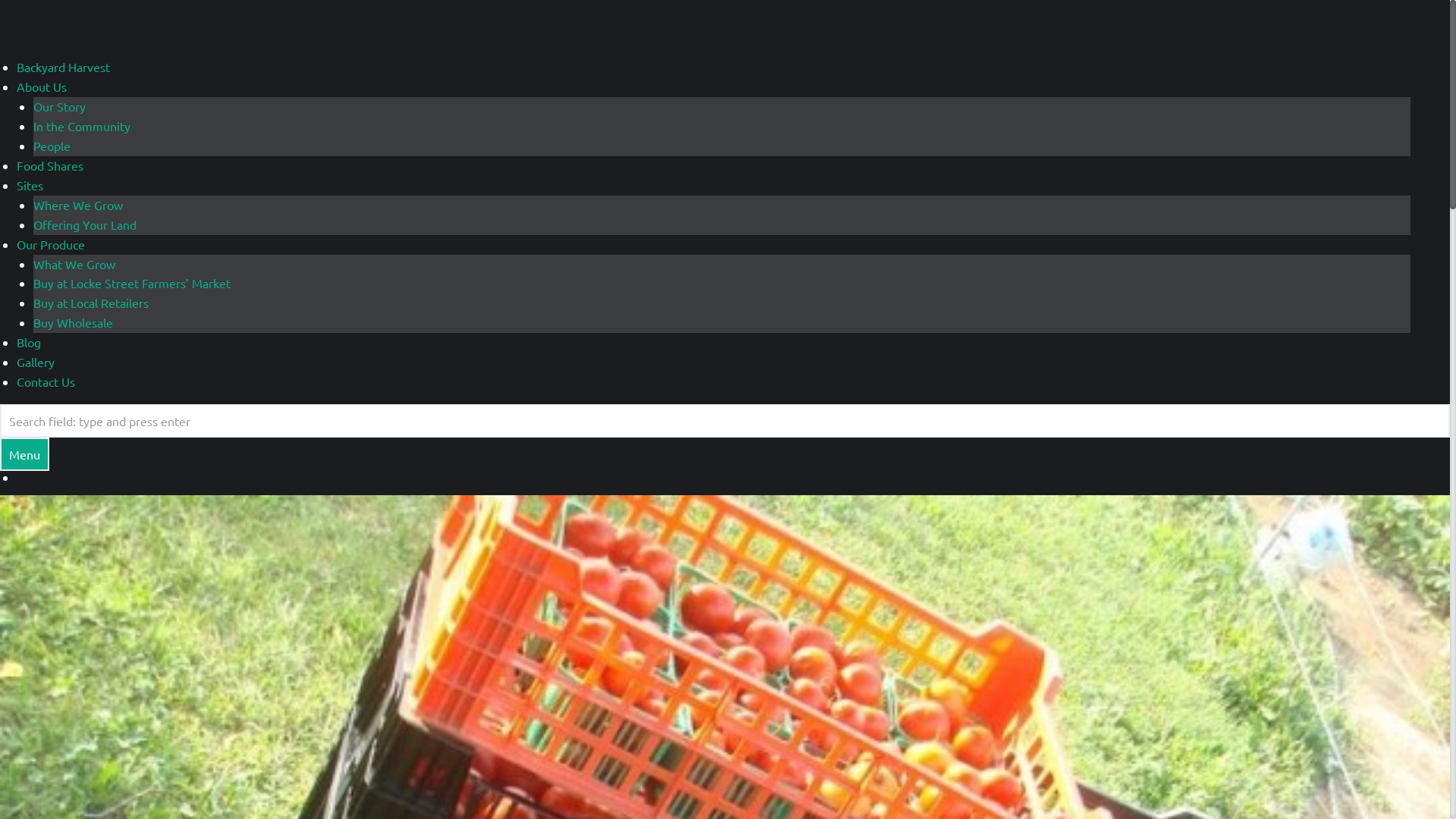 The image size is (1456, 819). What do you see at coordinates (45, 380) in the screenshot?
I see `'Contact Us'` at bounding box center [45, 380].